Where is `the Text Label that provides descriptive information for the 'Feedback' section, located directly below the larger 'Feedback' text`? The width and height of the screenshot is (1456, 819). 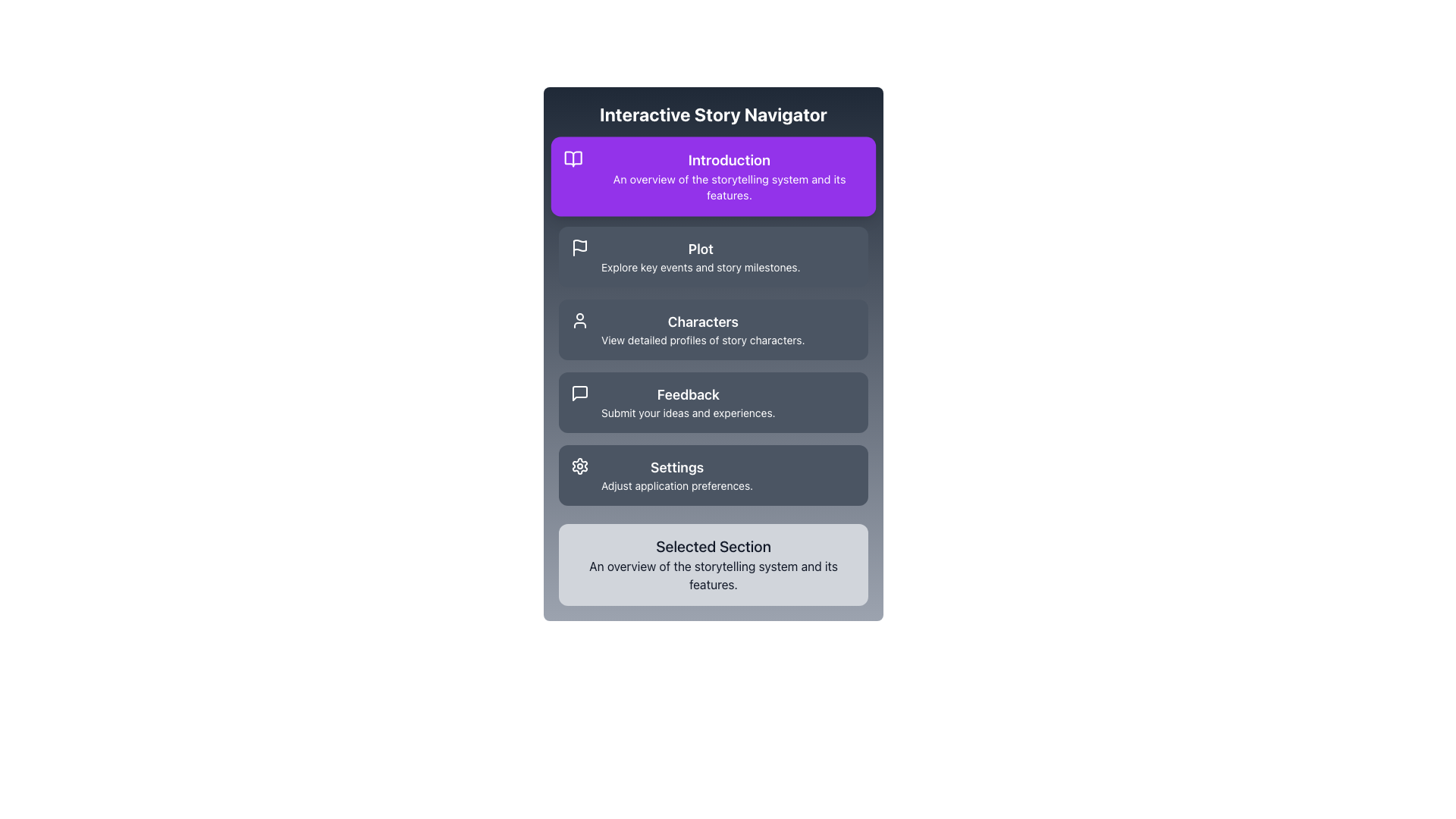 the Text Label that provides descriptive information for the 'Feedback' section, located directly below the larger 'Feedback' text is located at coordinates (687, 413).